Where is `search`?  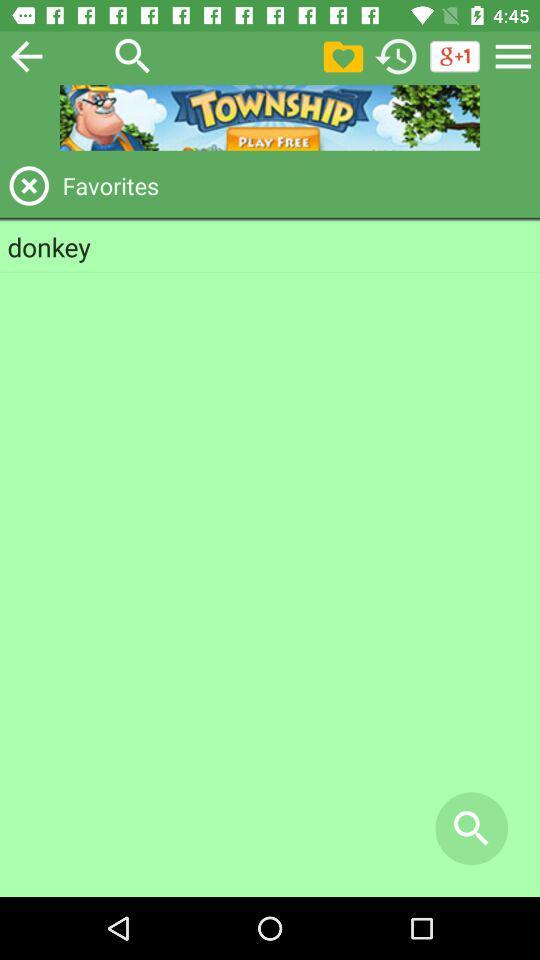
search is located at coordinates (133, 55).